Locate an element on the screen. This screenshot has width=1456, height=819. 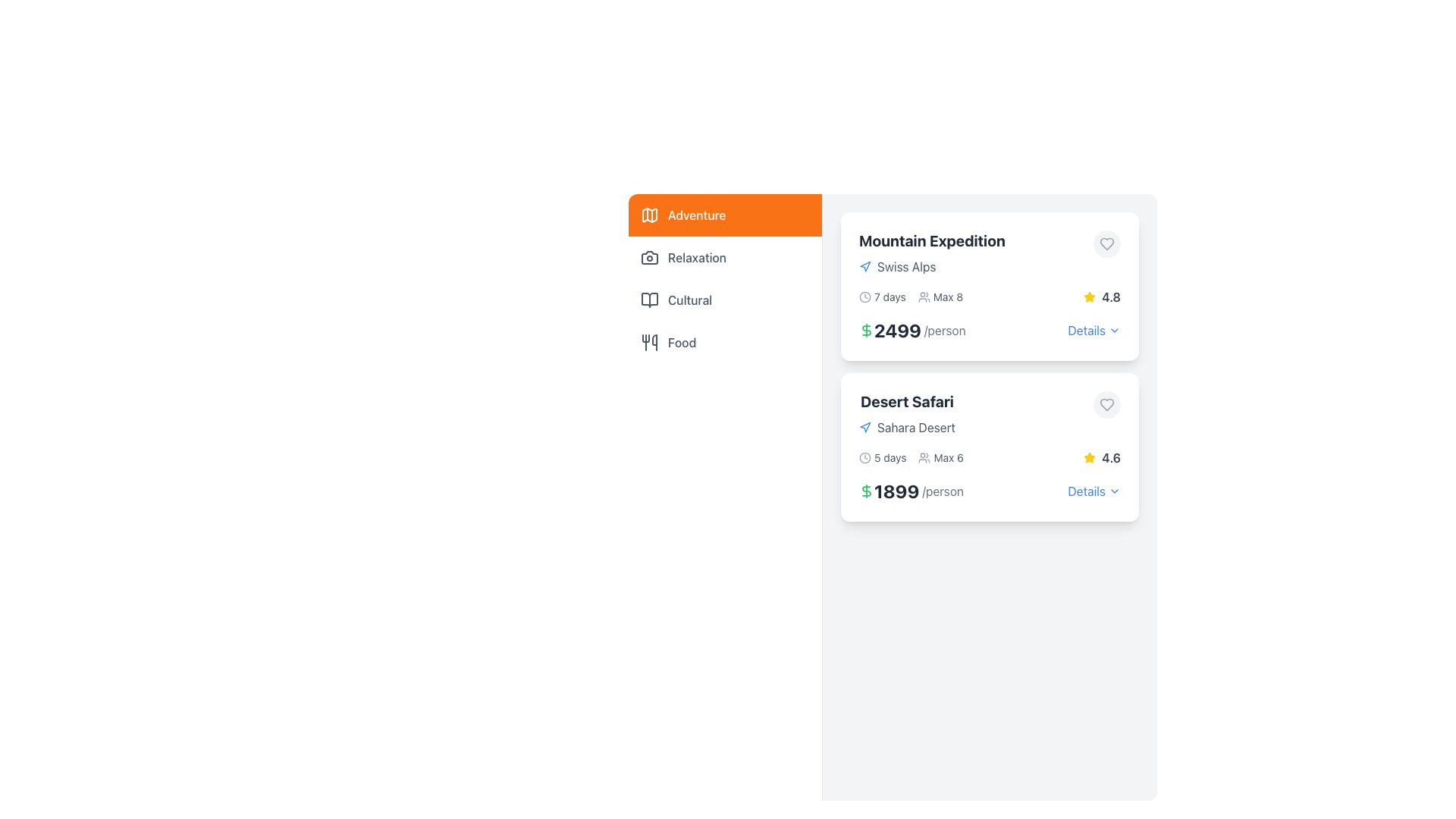
the text label reading '/person,' which is styled in a smaller gray font is located at coordinates (942, 491).